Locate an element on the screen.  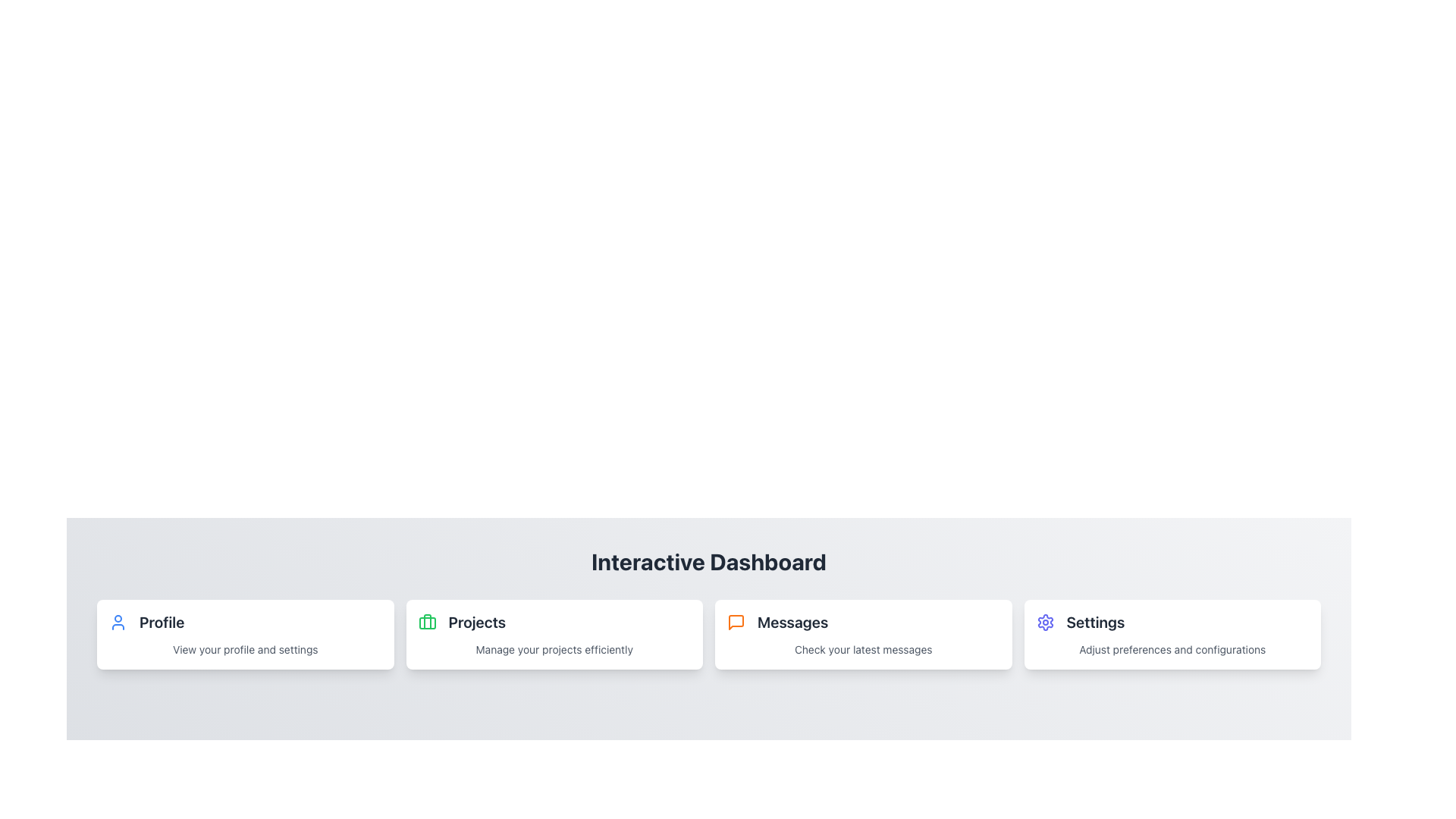
the settings icon, which is a gear-like SVG element outlined in indigo is located at coordinates (1044, 623).